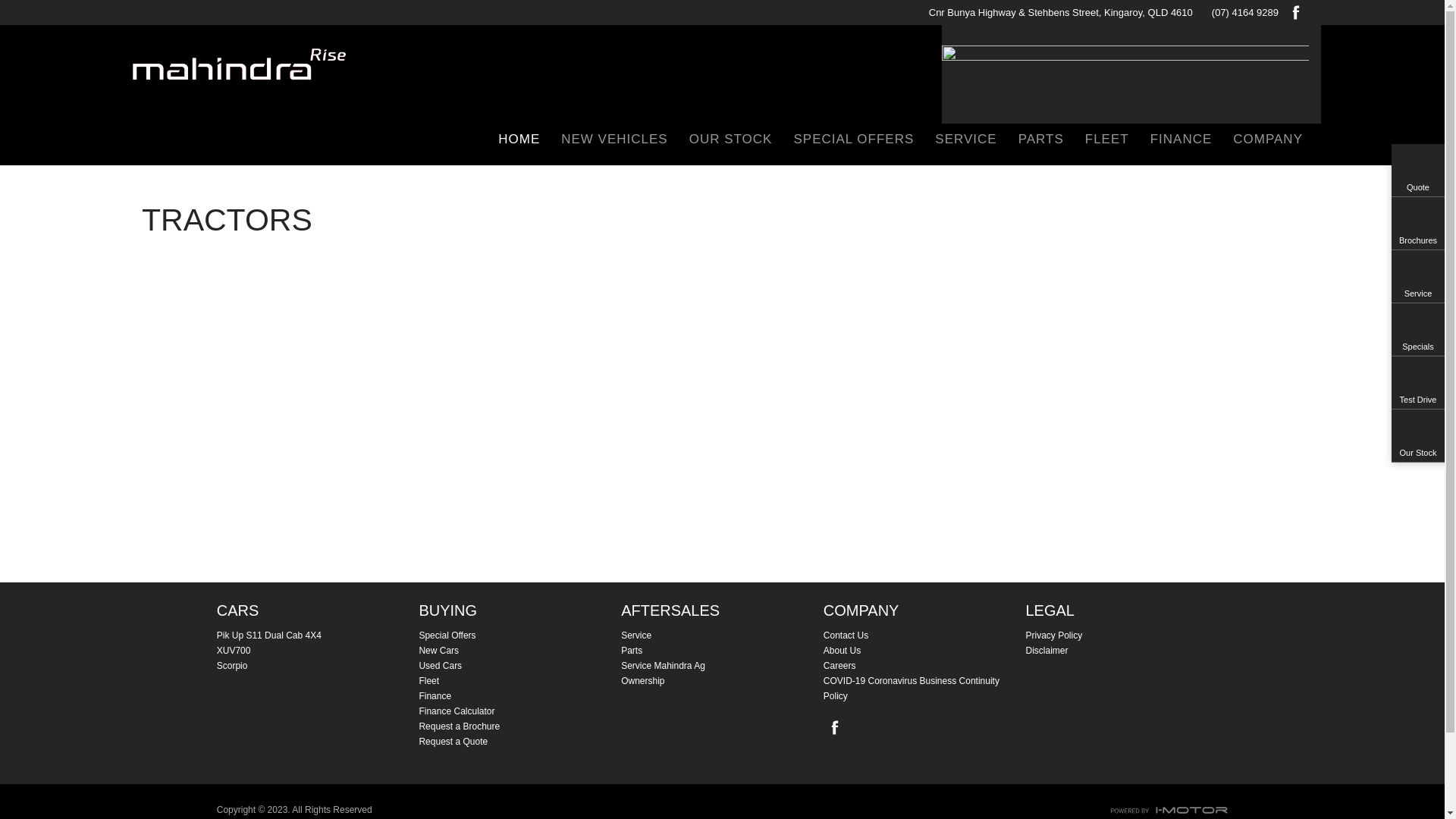 The width and height of the screenshot is (1456, 819). Describe the element at coordinates (621, 680) in the screenshot. I see `'Ownership'` at that location.